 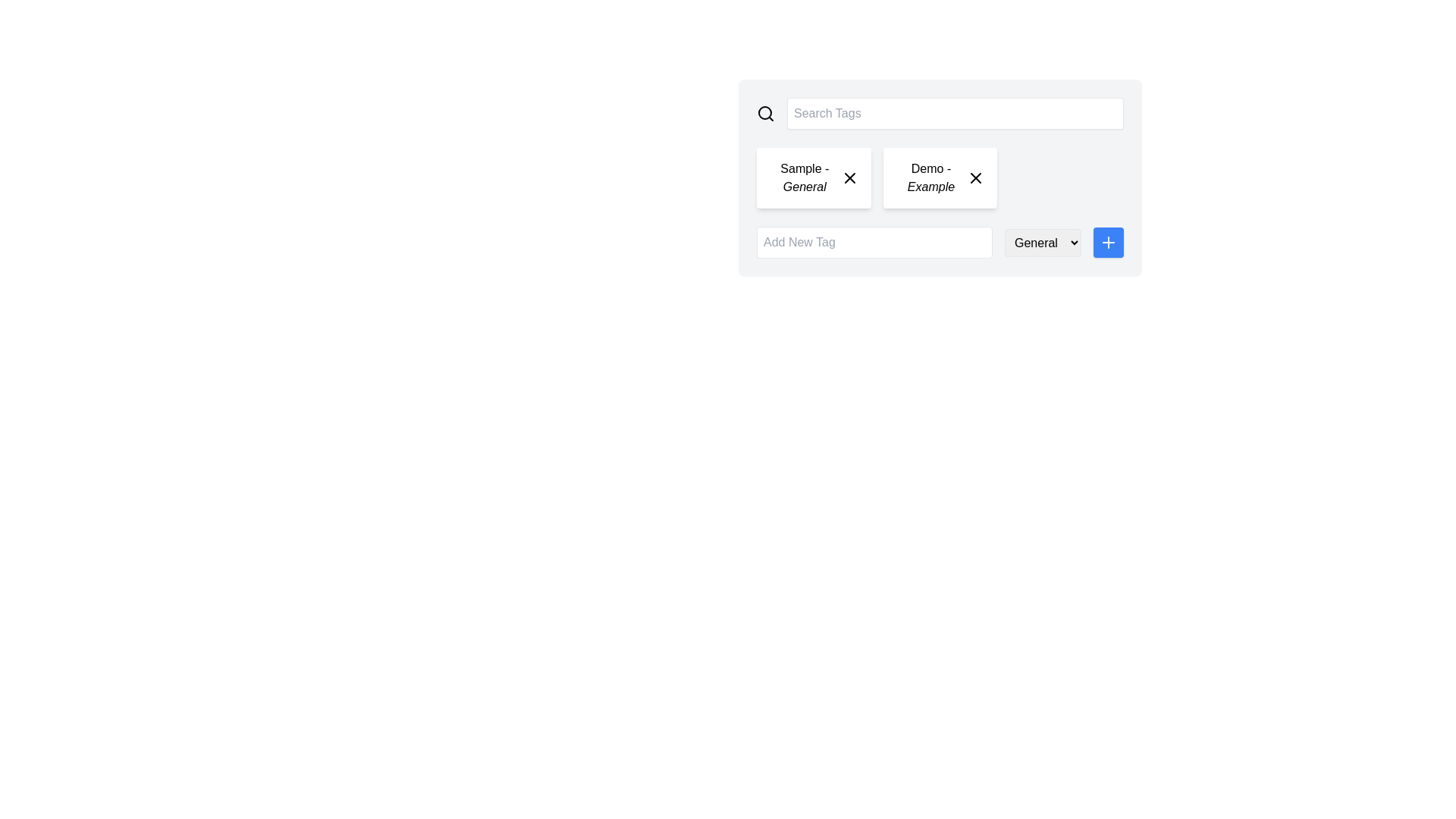 What do you see at coordinates (975, 177) in the screenshot?
I see `the close or delete button located at the top-right corner of the 'Demo - Example' tag` at bounding box center [975, 177].